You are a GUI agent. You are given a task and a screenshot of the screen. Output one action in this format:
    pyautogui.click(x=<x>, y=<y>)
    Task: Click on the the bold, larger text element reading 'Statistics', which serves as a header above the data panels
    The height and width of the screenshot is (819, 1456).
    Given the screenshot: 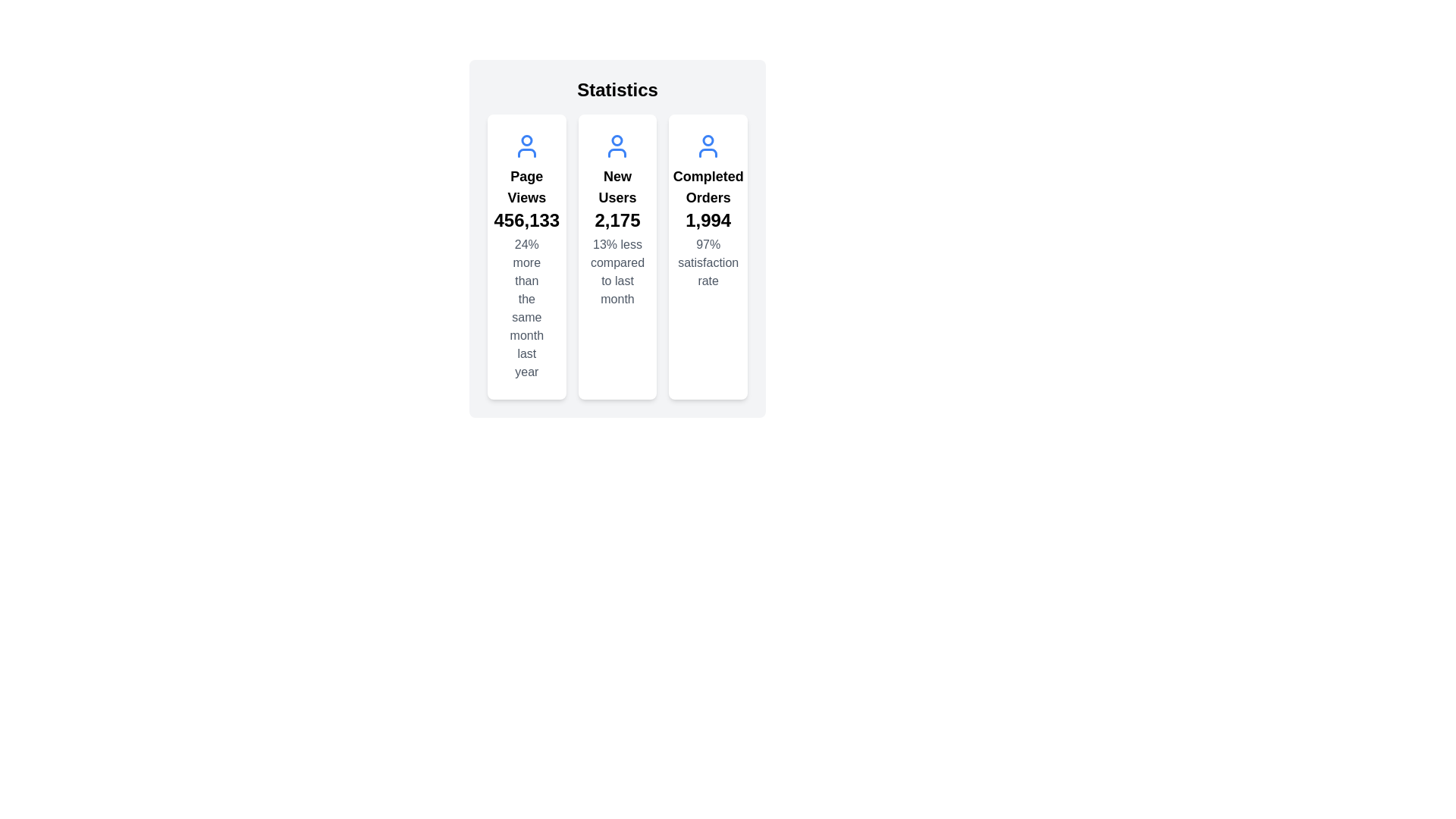 What is the action you would take?
    pyautogui.click(x=617, y=90)
    